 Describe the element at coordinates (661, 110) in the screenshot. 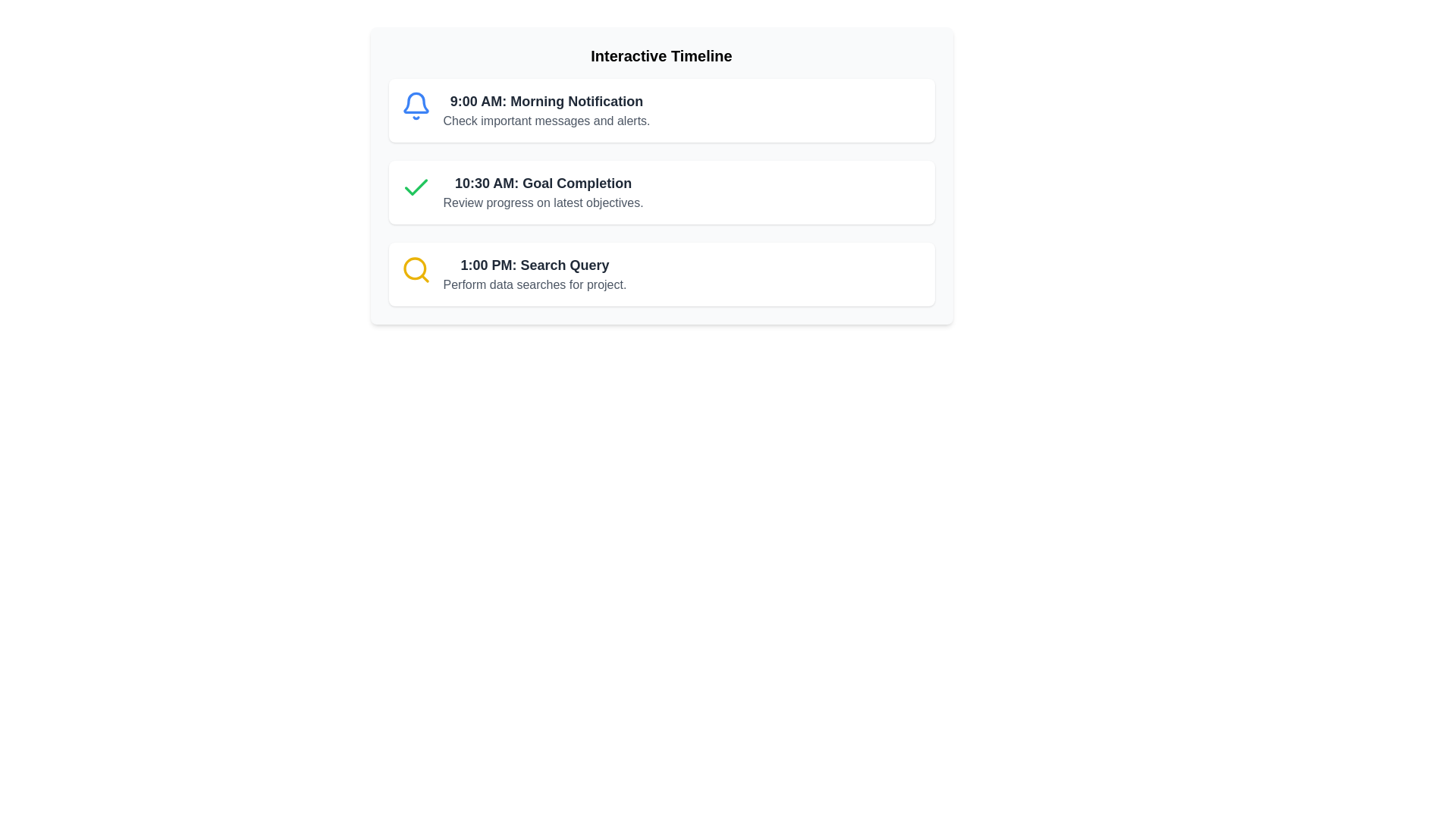

I see `notification titled '9:00 AM: Morning Notification' that contains the message 'Check important messages and alerts.'` at that location.